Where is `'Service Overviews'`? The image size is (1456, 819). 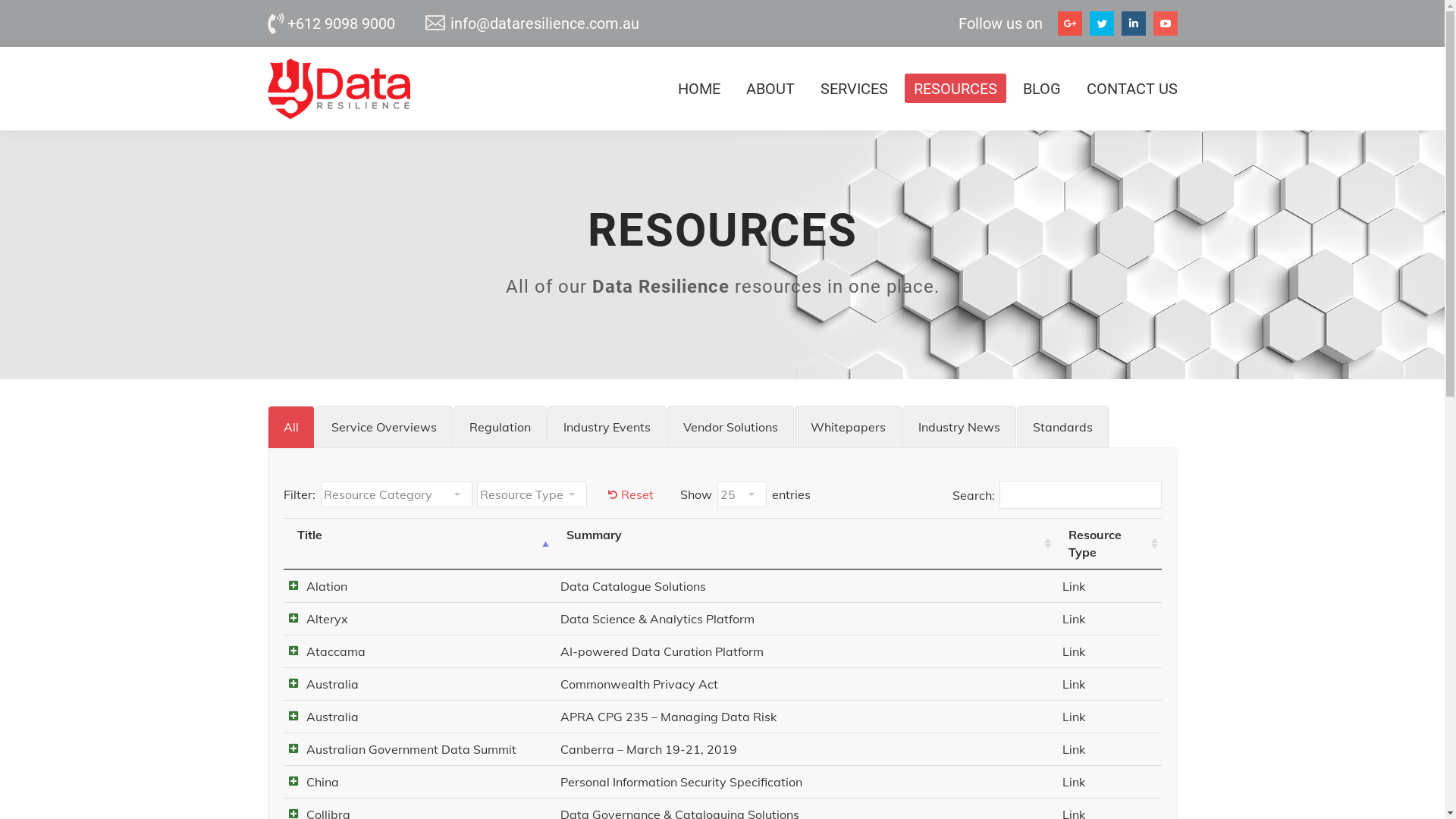
'Service Overviews' is located at coordinates (384, 427).